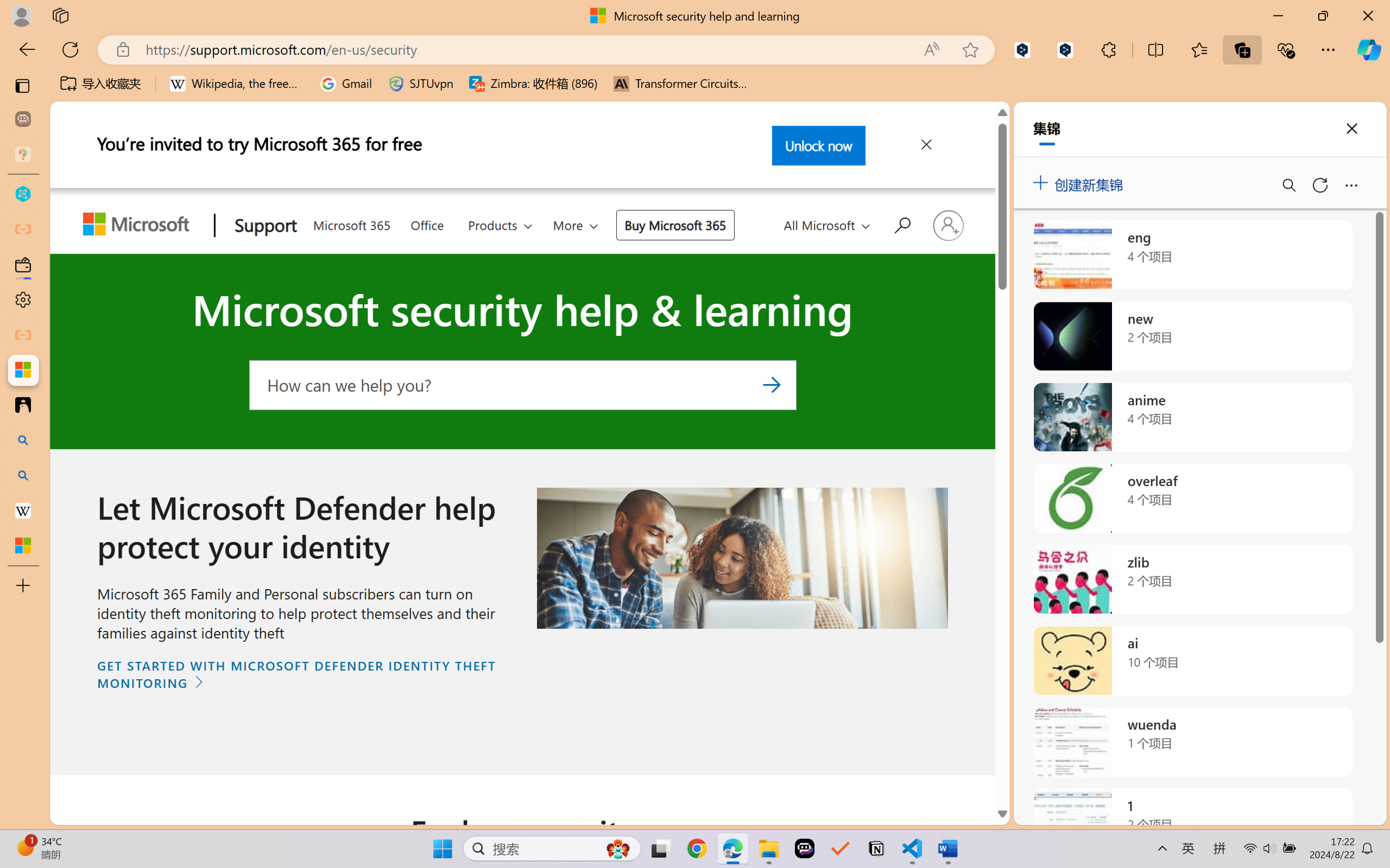 This screenshot has width=1390, height=868. I want to click on 'Gmail', so click(345, 83).